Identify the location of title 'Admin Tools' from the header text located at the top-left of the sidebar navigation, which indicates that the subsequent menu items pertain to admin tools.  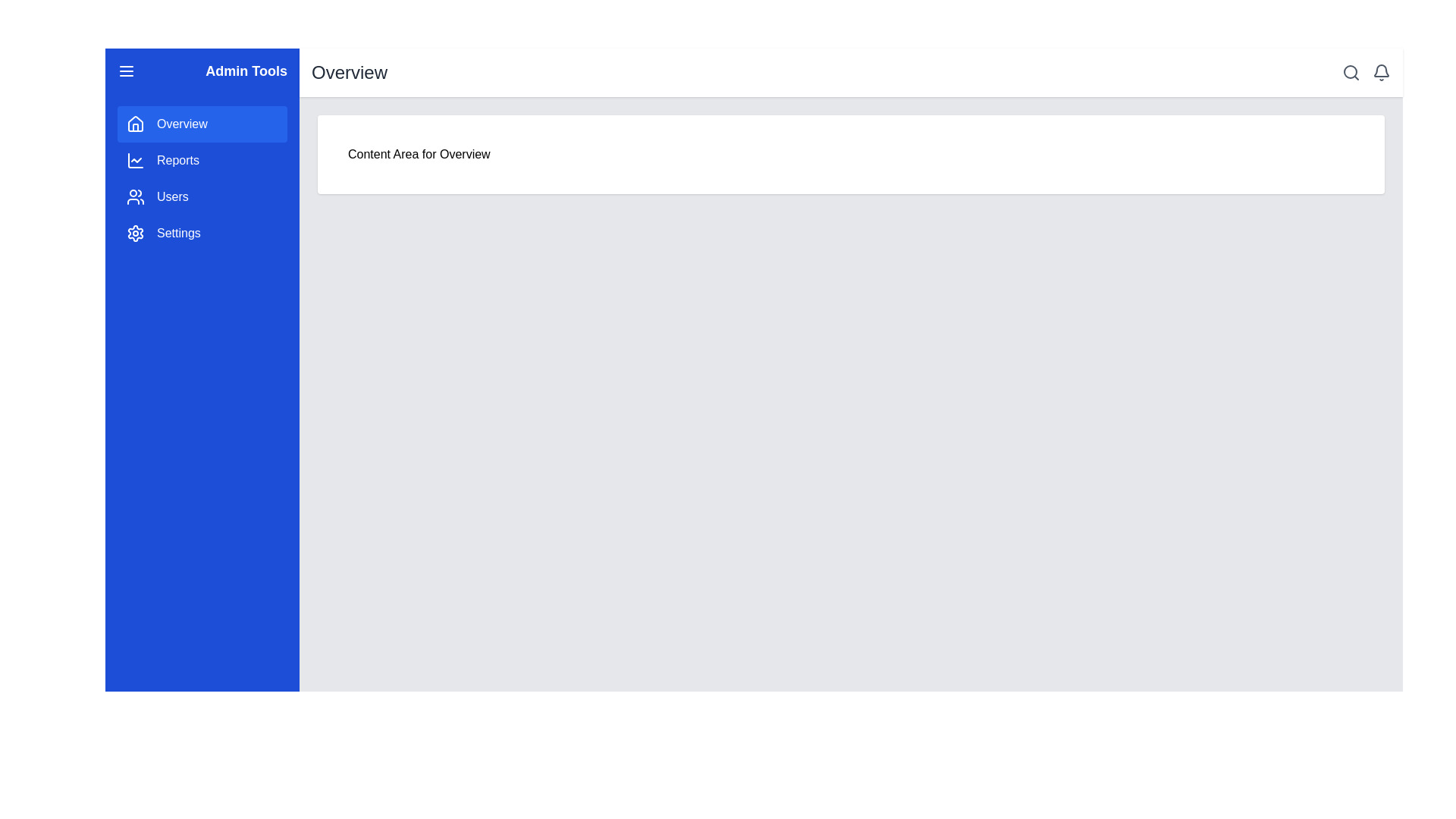
(202, 71).